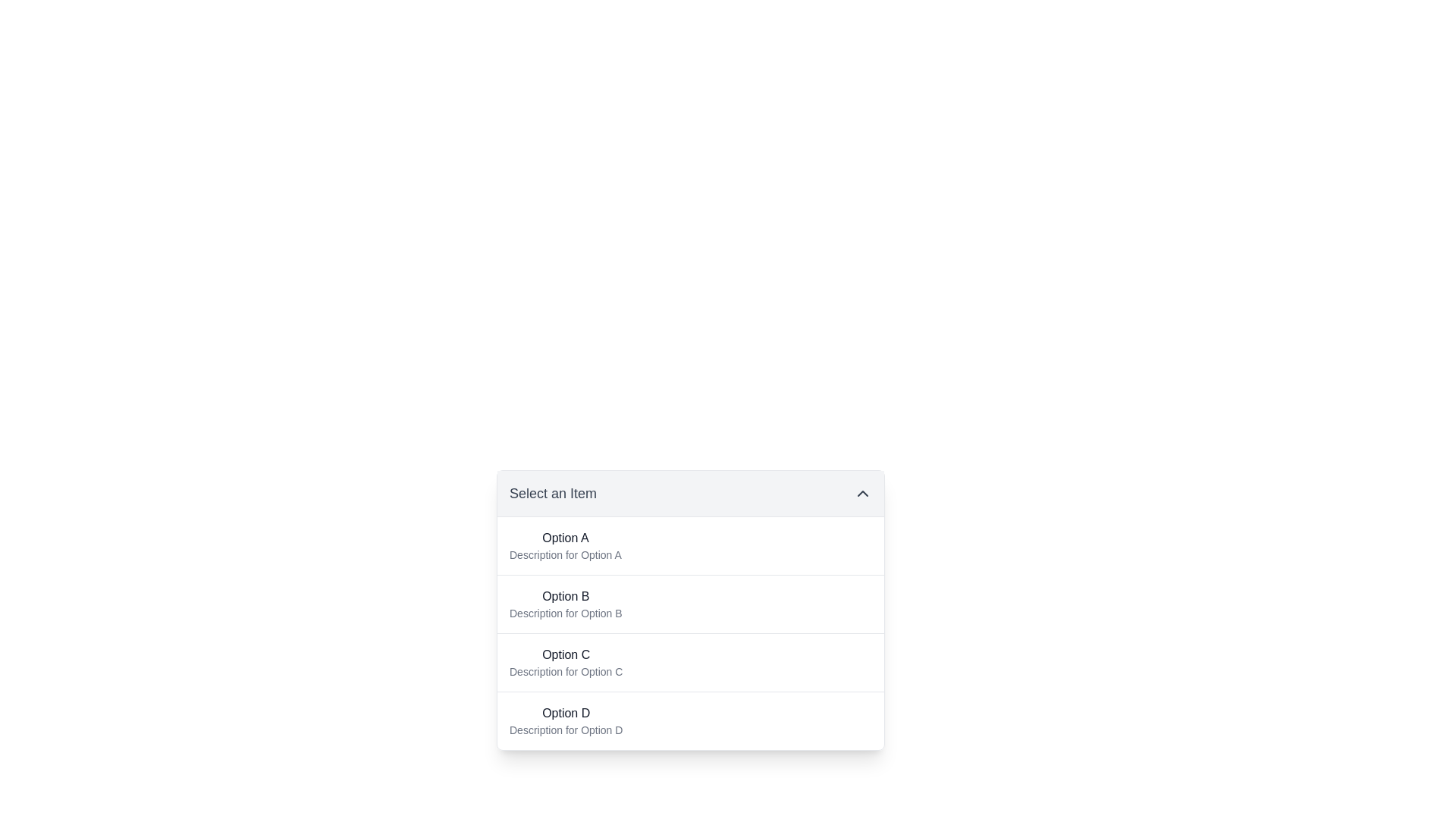 Image resolution: width=1456 pixels, height=819 pixels. What do you see at coordinates (690, 546) in the screenshot?
I see `on the first option 'Option A' in the dropdown menu` at bounding box center [690, 546].